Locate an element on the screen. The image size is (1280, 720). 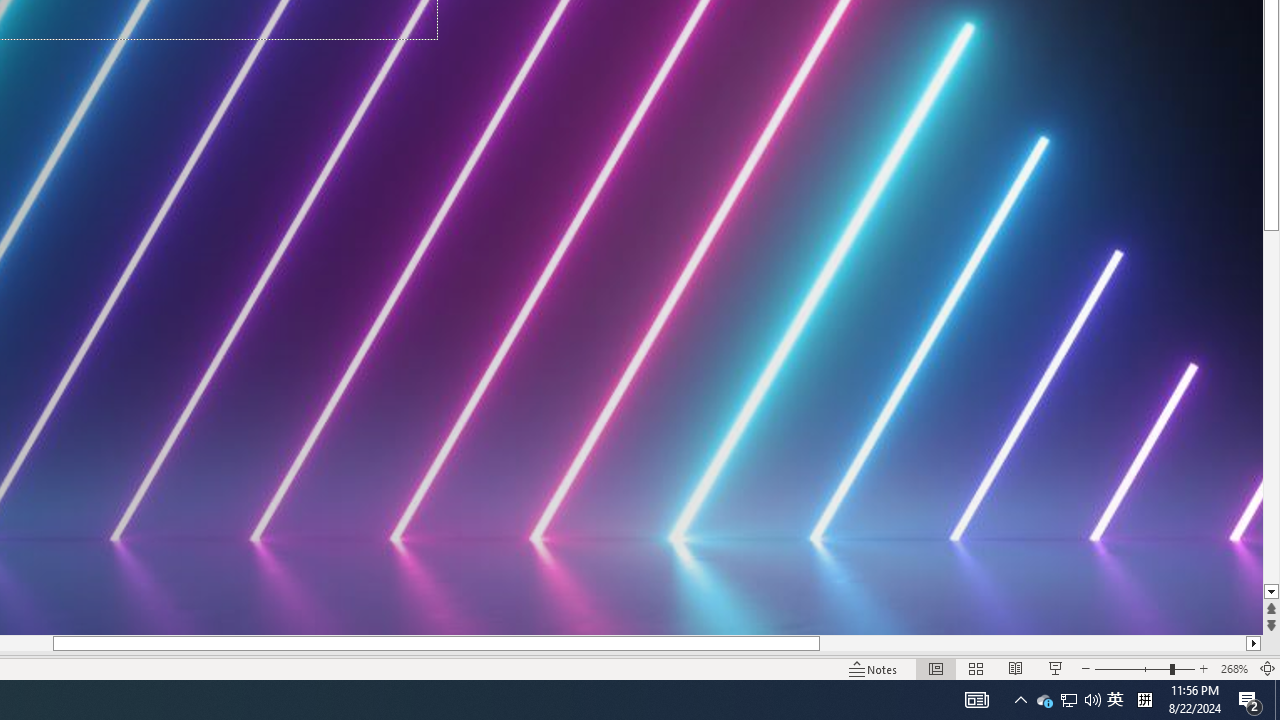
'Zoom 268%' is located at coordinates (1233, 669).